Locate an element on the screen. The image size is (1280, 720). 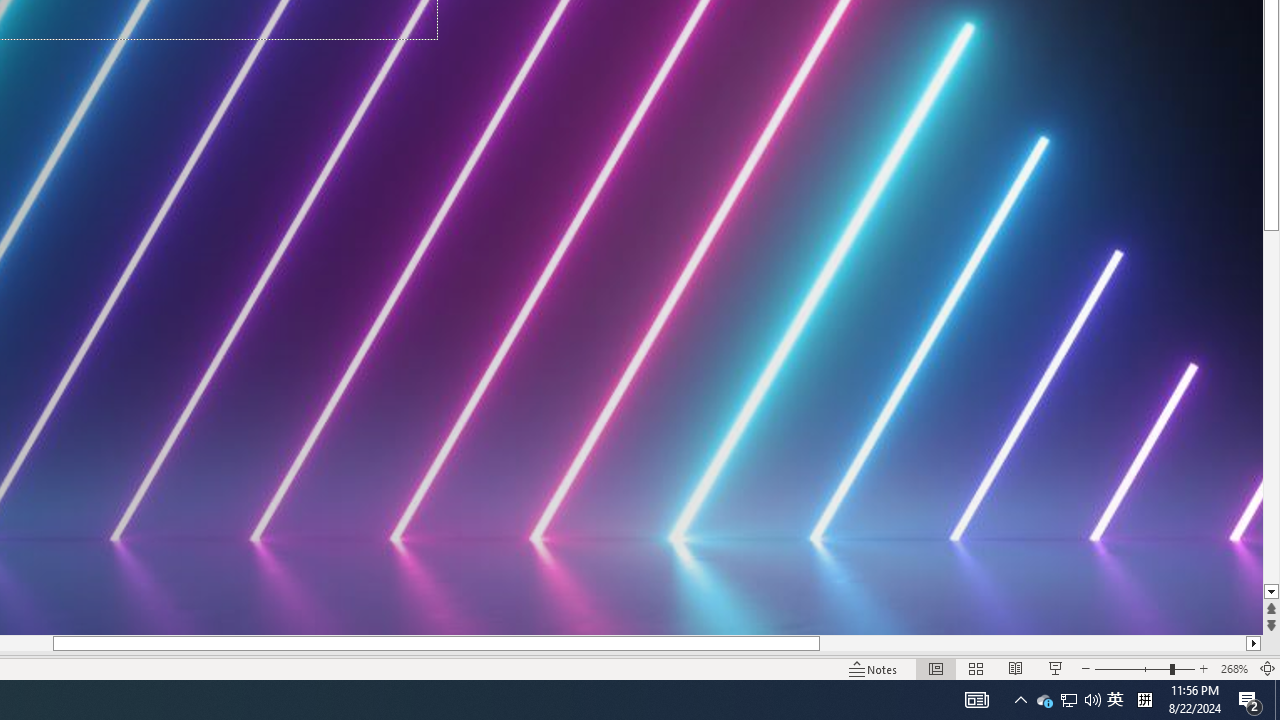
'Zoom 268%' is located at coordinates (1233, 669).